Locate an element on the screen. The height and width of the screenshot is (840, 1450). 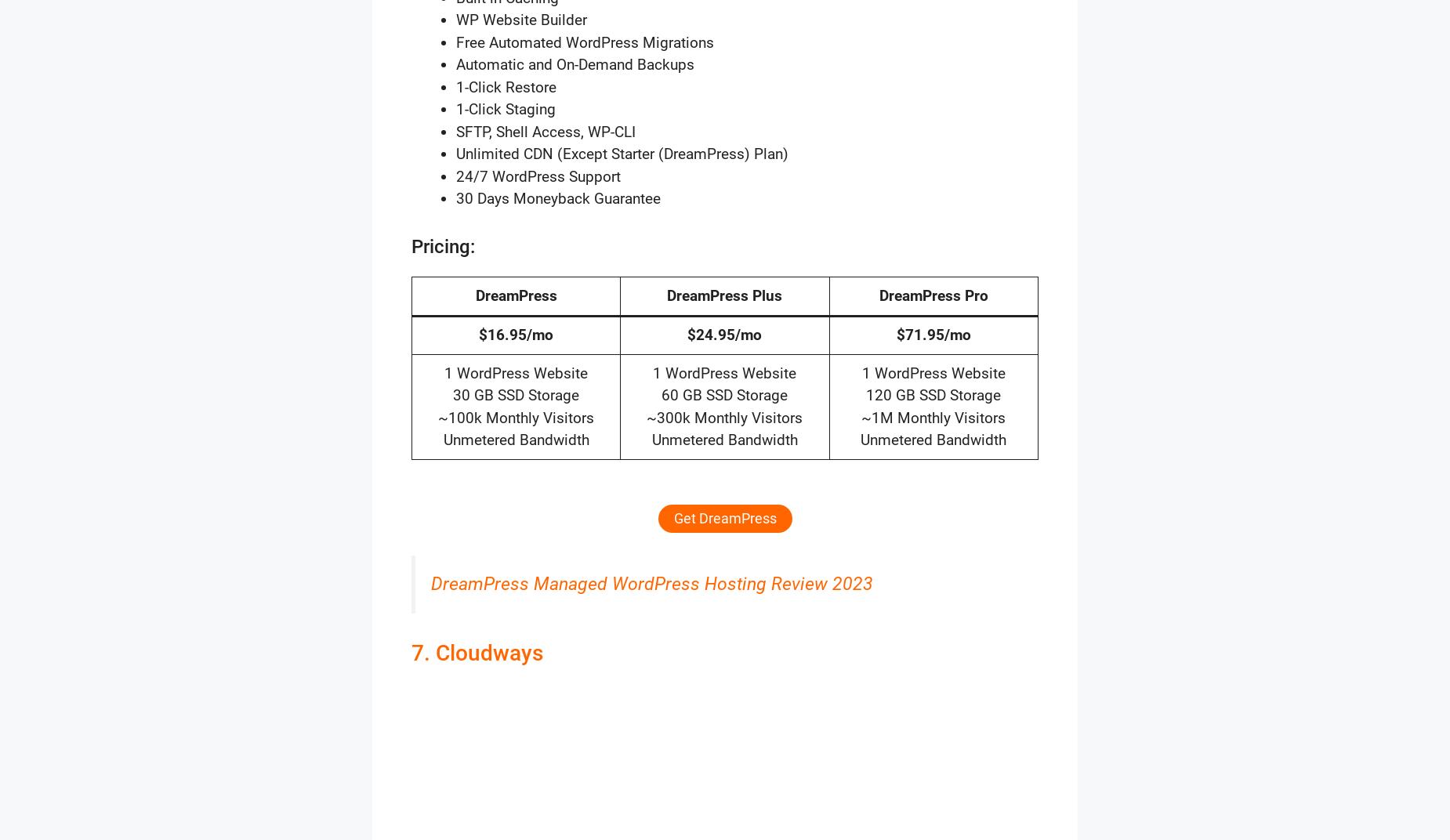
'1-Click Staging' is located at coordinates (506, 108).